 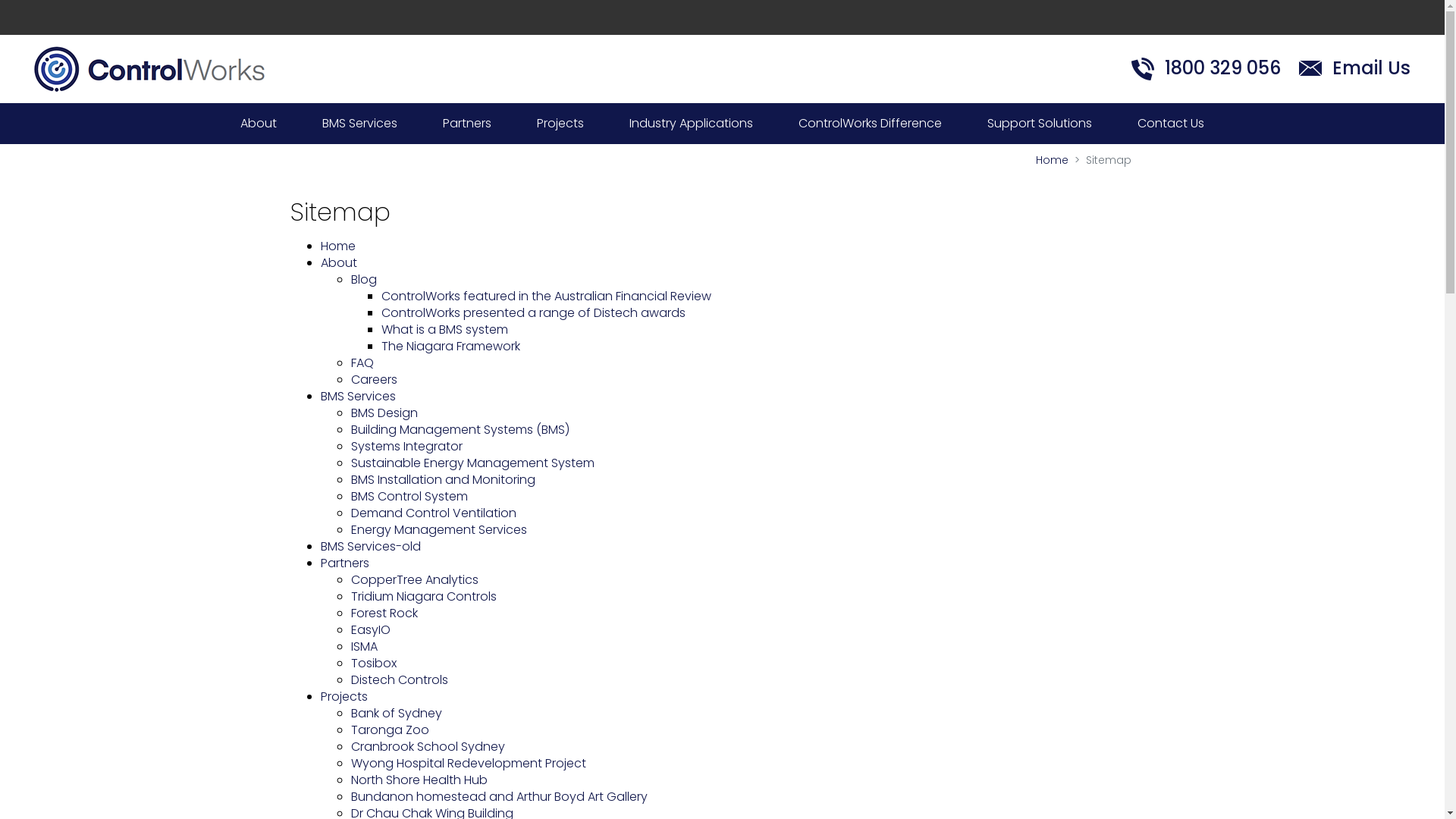 What do you see at coordinates (319, 395) in the screenshot?
I see `'BMS Services'` at bounding box center [319, 395].